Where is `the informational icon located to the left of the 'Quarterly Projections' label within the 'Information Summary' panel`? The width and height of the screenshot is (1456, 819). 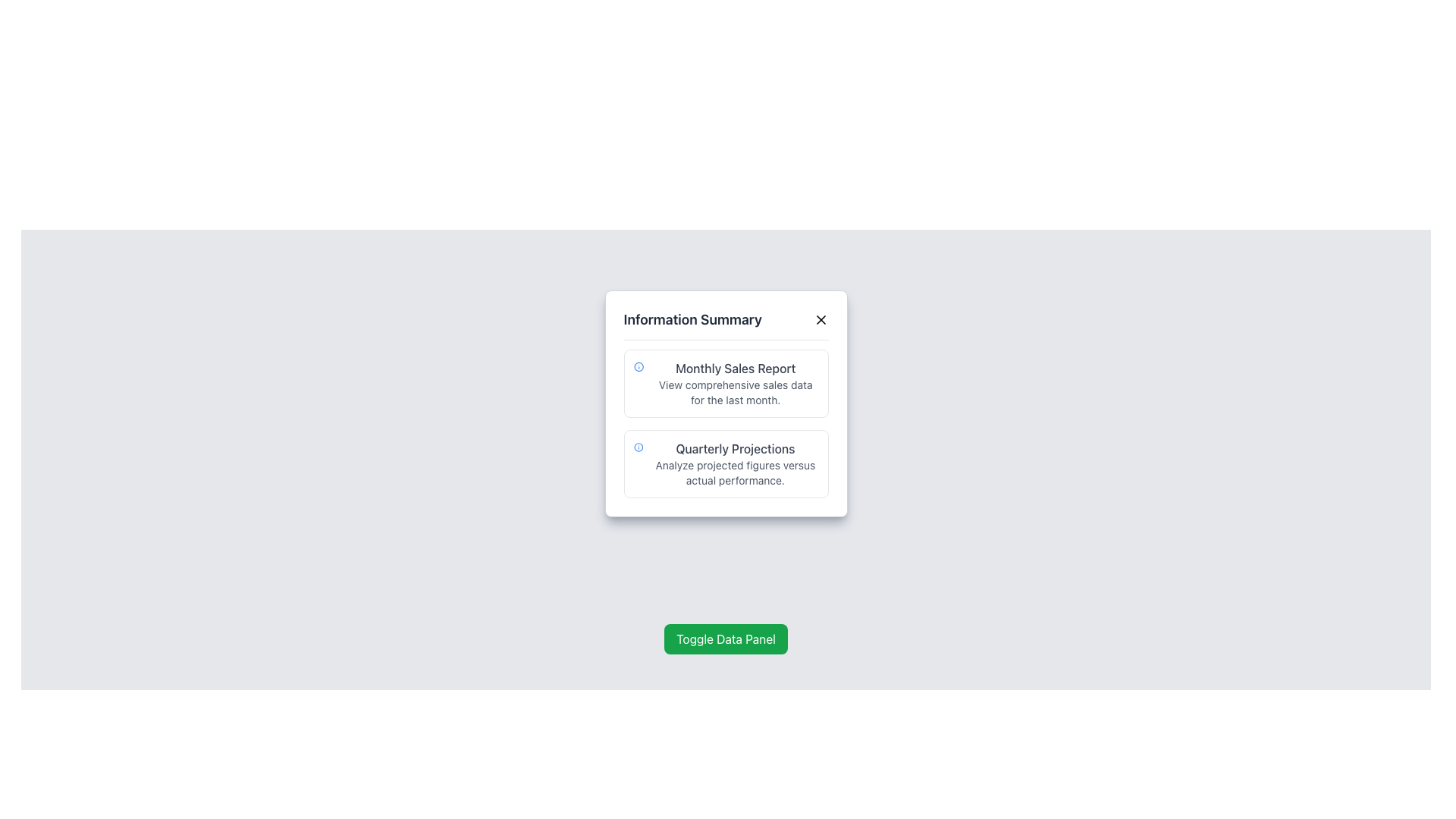 the informational icon located to the left of the 'Quarterly Projections' label within the 'Information Summary' panel is located at coordinates (638, 447).